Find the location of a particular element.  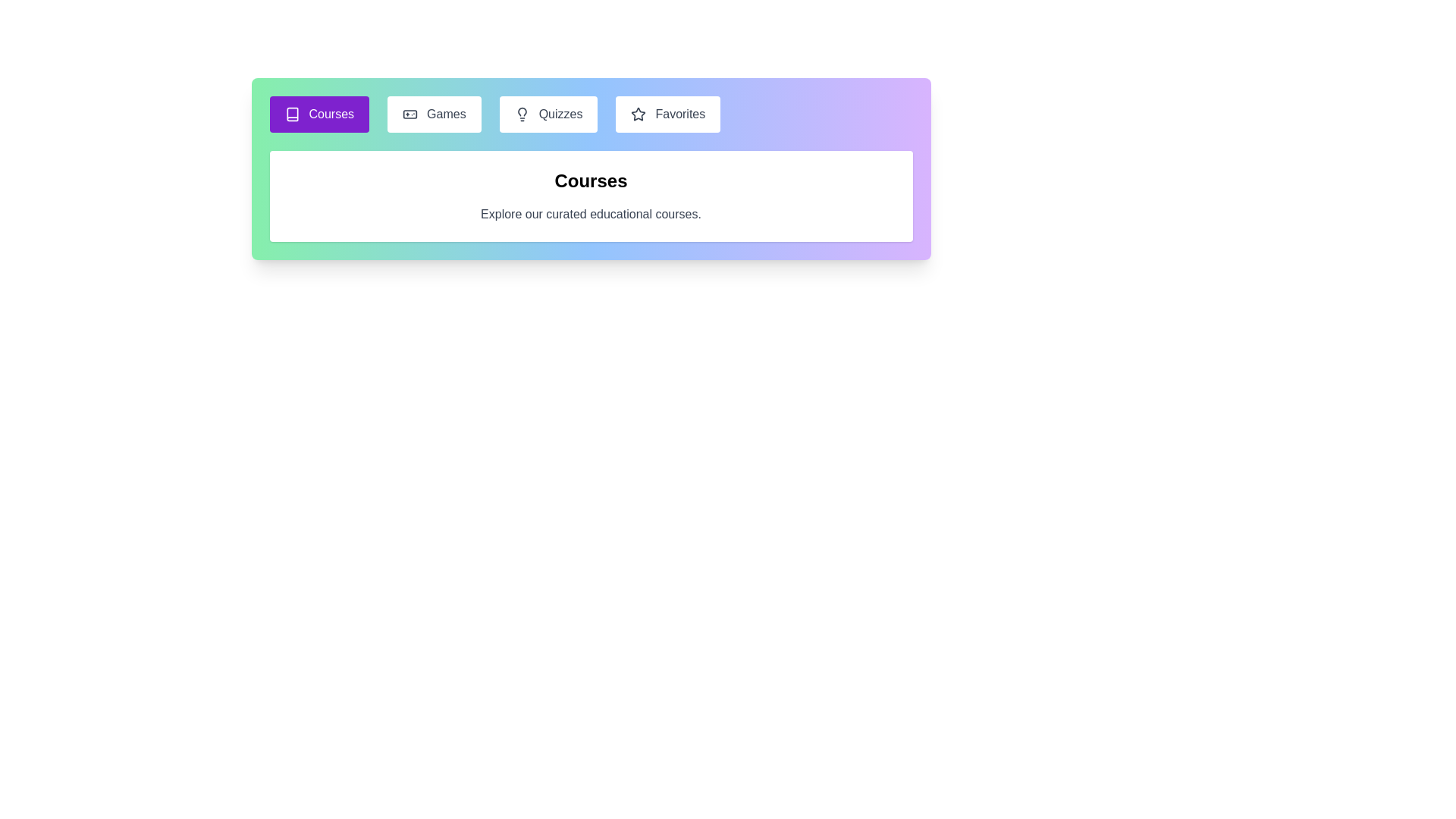

the tab labeled Quizzes is located at coordinates (548, 113).